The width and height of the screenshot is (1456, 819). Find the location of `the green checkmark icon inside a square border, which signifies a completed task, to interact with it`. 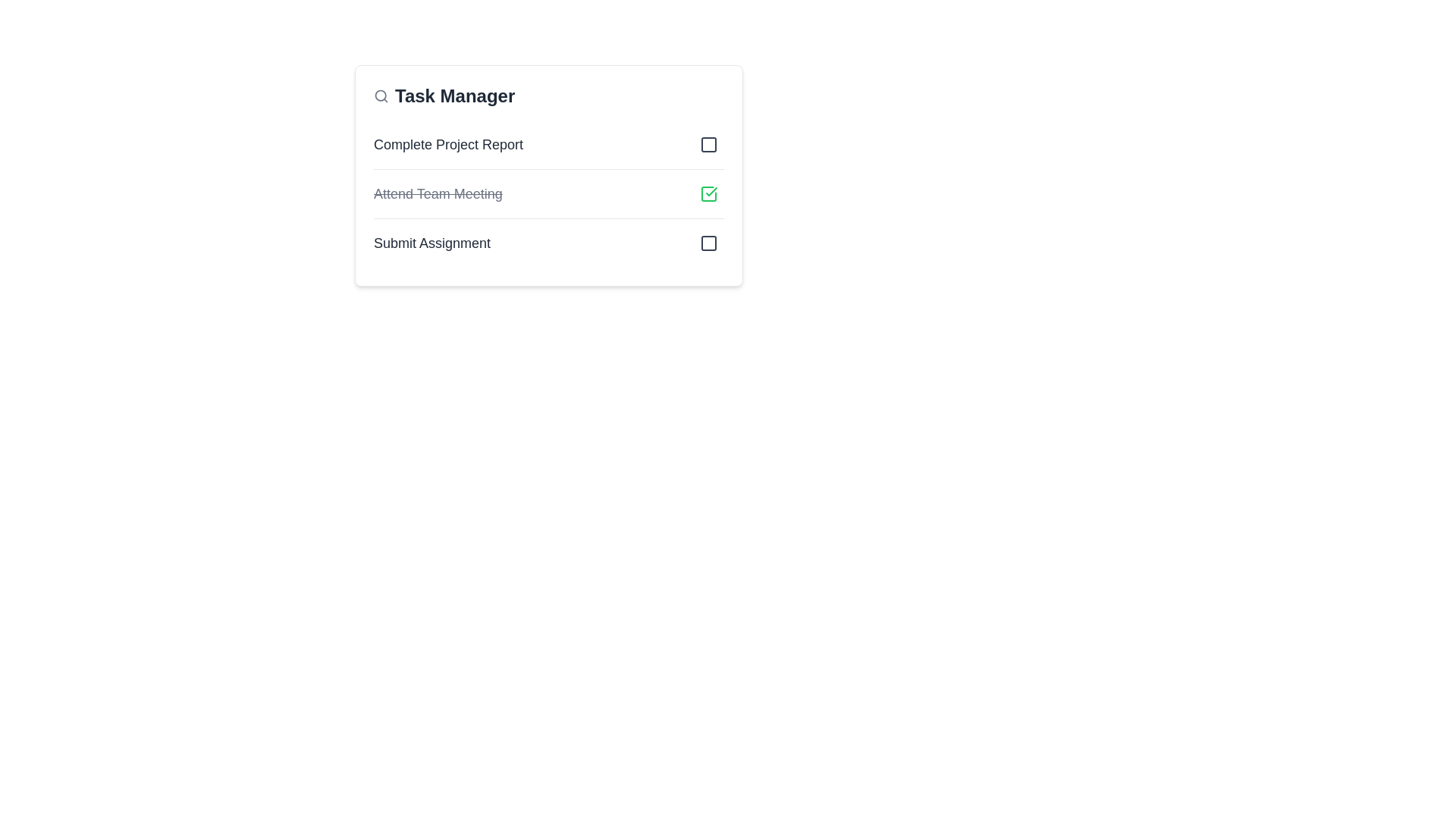

the green checkmark icon inside a square border, which signifies a completed task, to interact with it is located at coordinates (708, 193).